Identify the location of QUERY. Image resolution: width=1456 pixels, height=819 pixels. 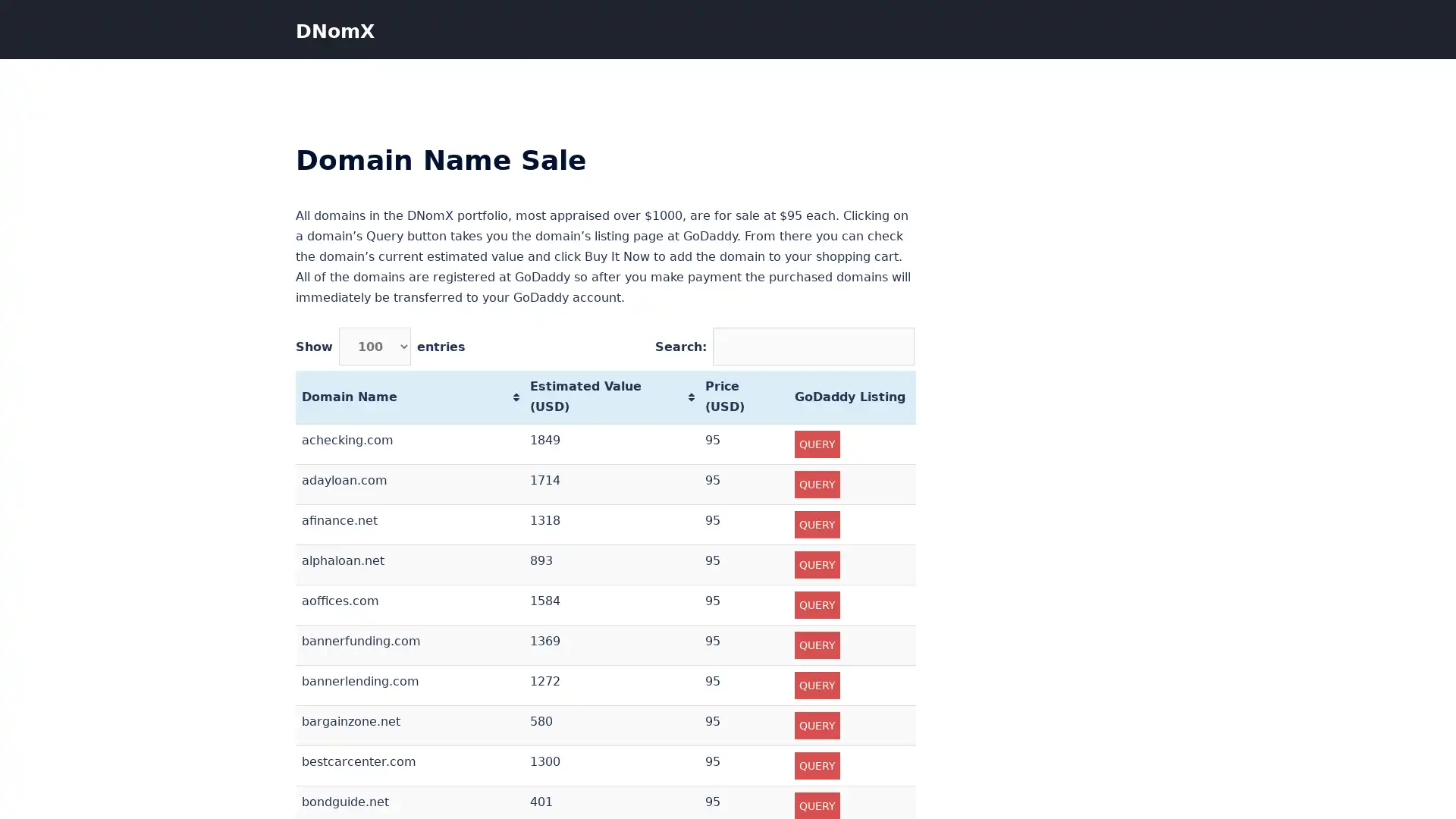
(815, 685).